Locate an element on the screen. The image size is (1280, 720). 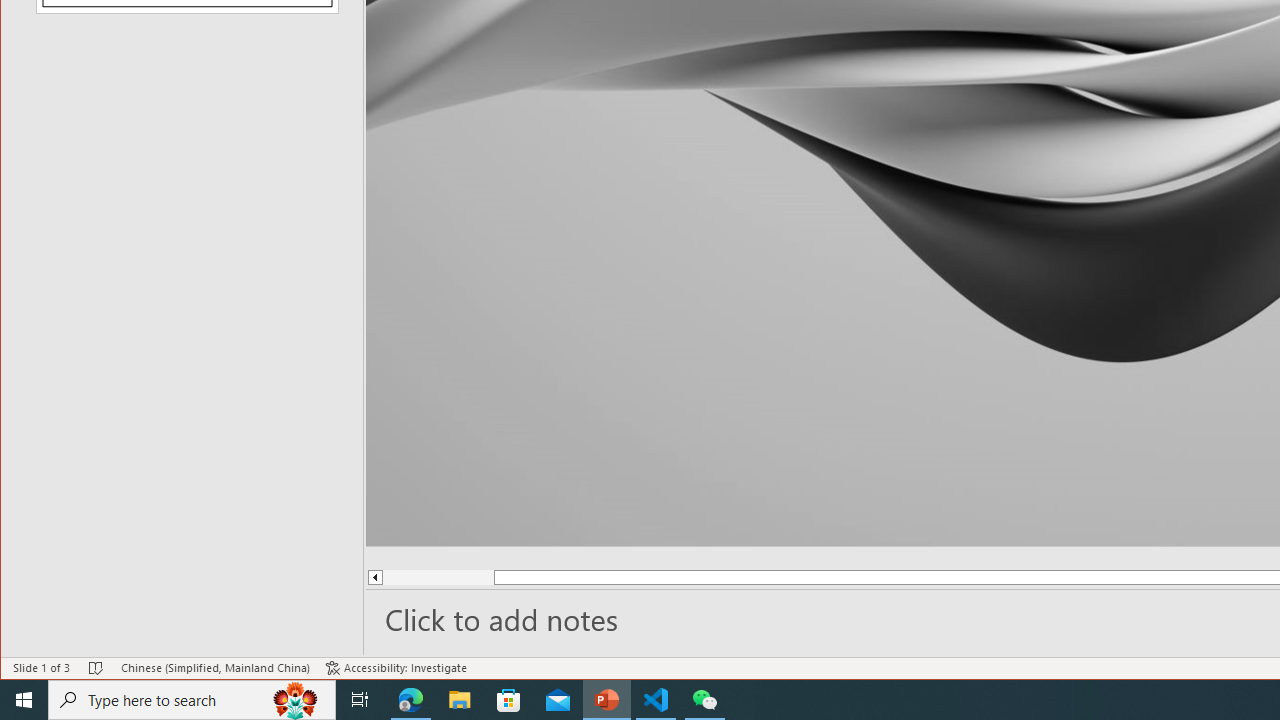
'Page up' is located at coordinates (437, 577).